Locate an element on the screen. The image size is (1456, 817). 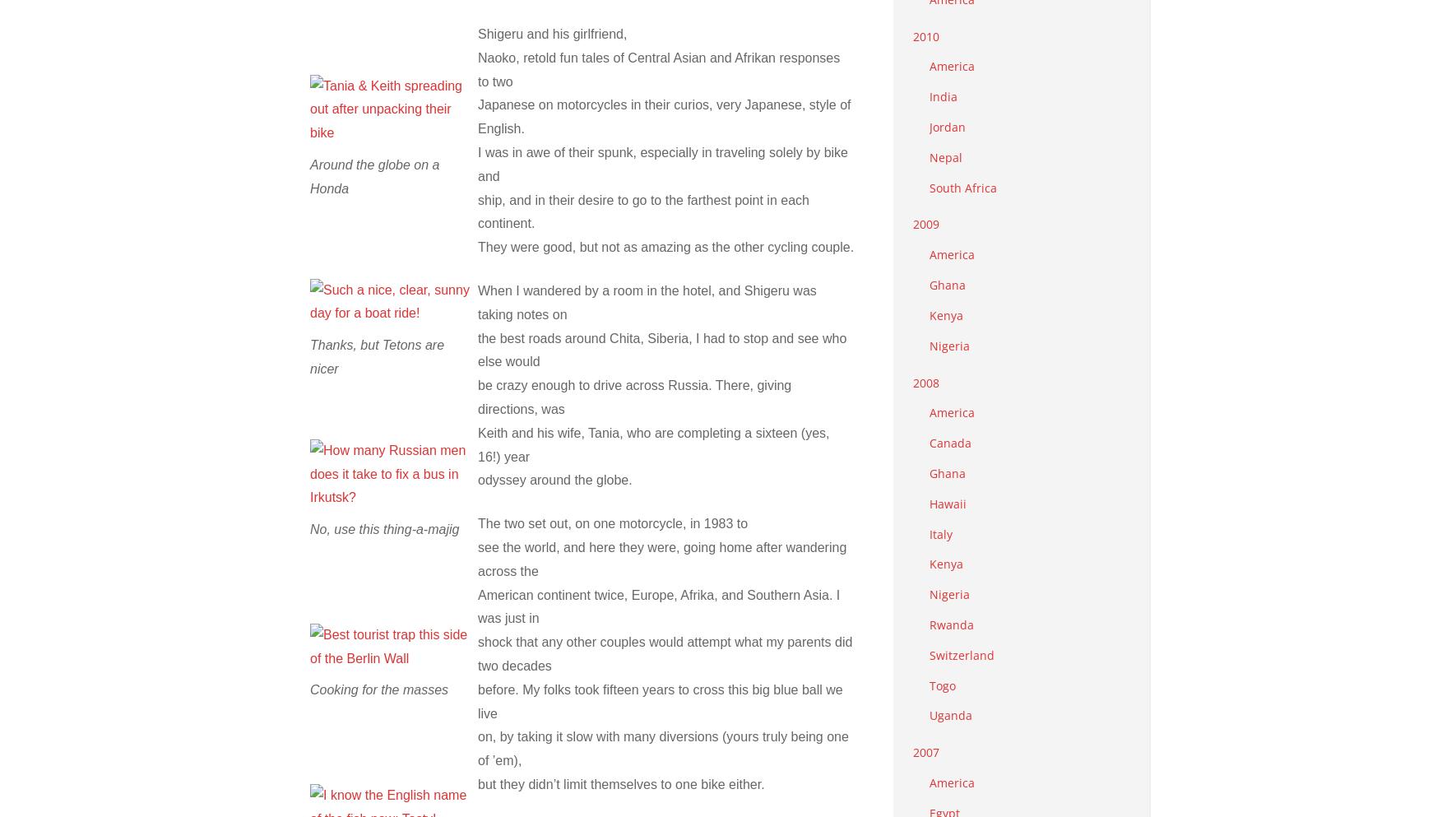
'2009' is located at coordinates (926, 224).